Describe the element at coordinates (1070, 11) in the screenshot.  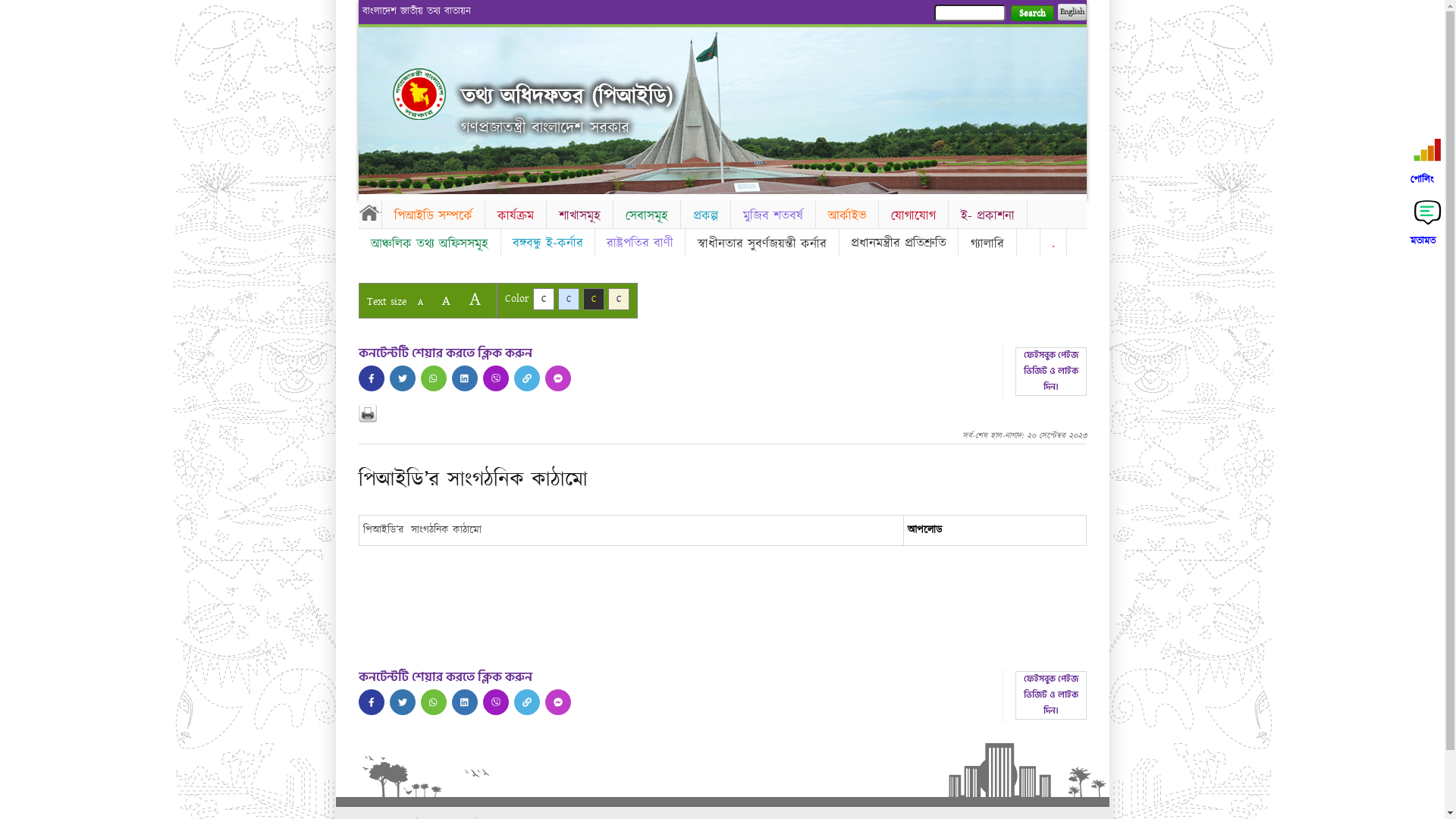
I see `'English'` at that location.